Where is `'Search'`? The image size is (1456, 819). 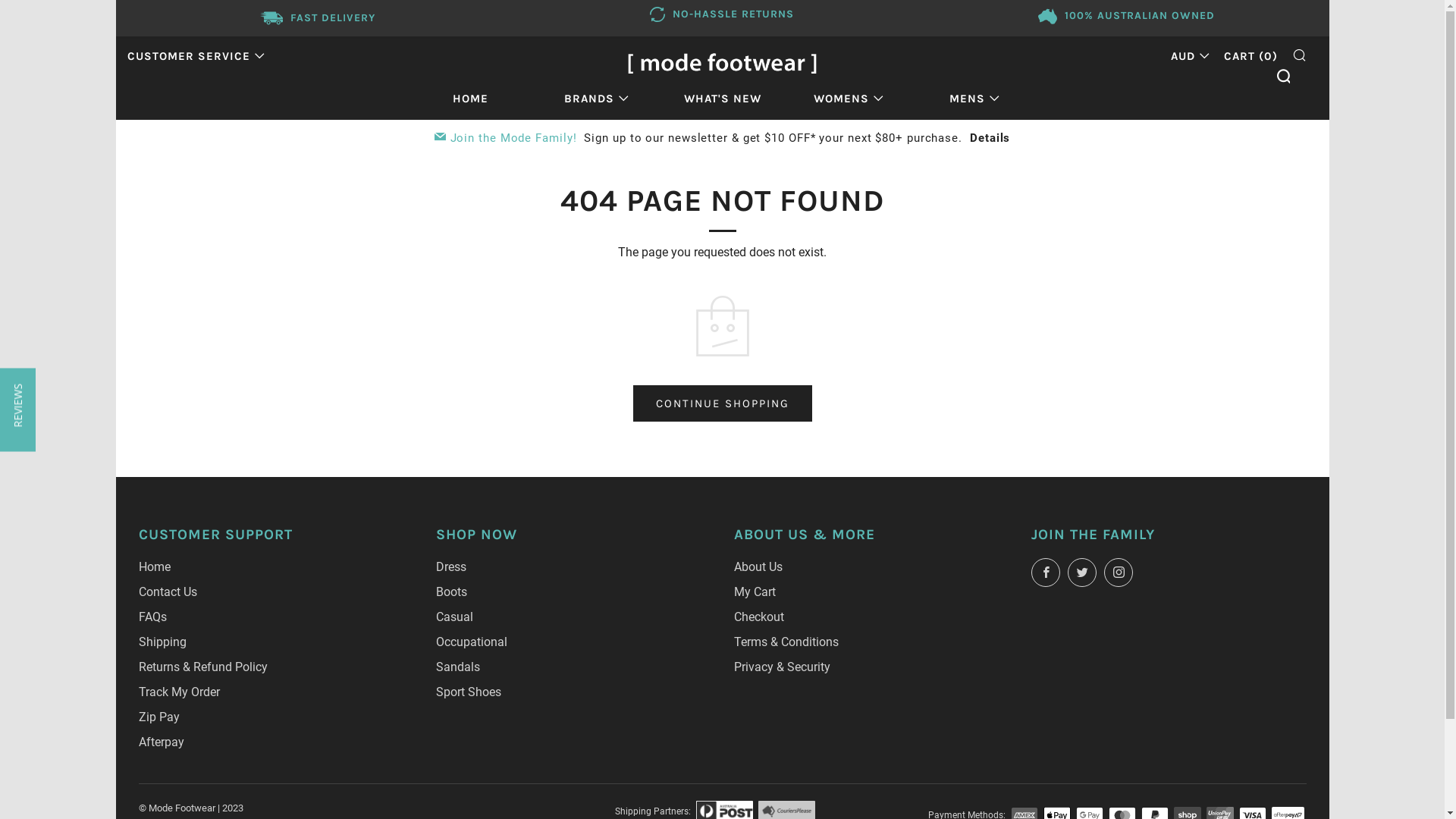
'Search' is located at coordinates (1282, 76).